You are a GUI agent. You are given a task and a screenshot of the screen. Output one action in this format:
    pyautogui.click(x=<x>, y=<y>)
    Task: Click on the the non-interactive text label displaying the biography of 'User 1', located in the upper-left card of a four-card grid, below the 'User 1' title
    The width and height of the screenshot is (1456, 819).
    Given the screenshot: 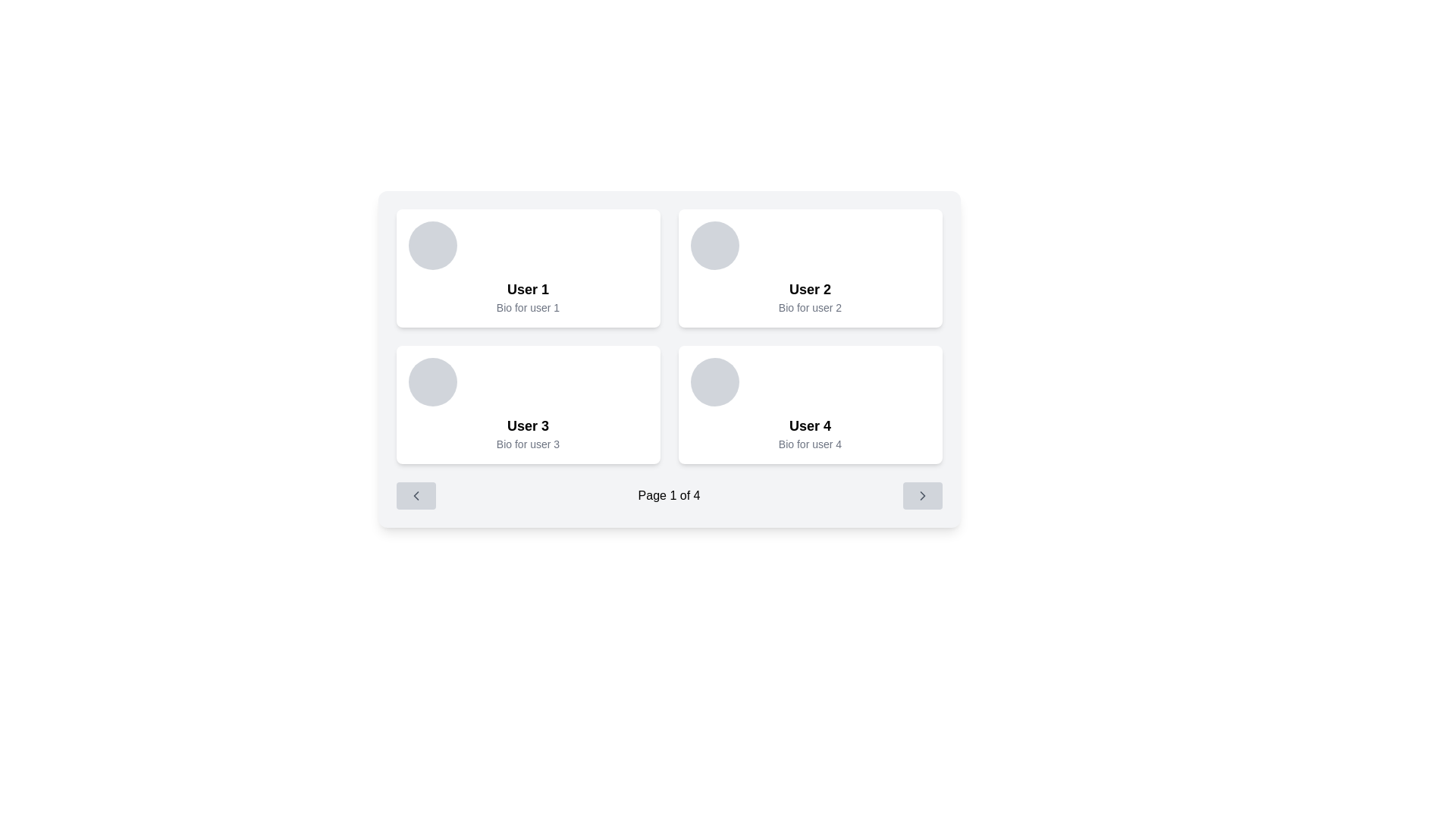 What is the action you would take?
    pyautogui.click(x=528, y=307)
    